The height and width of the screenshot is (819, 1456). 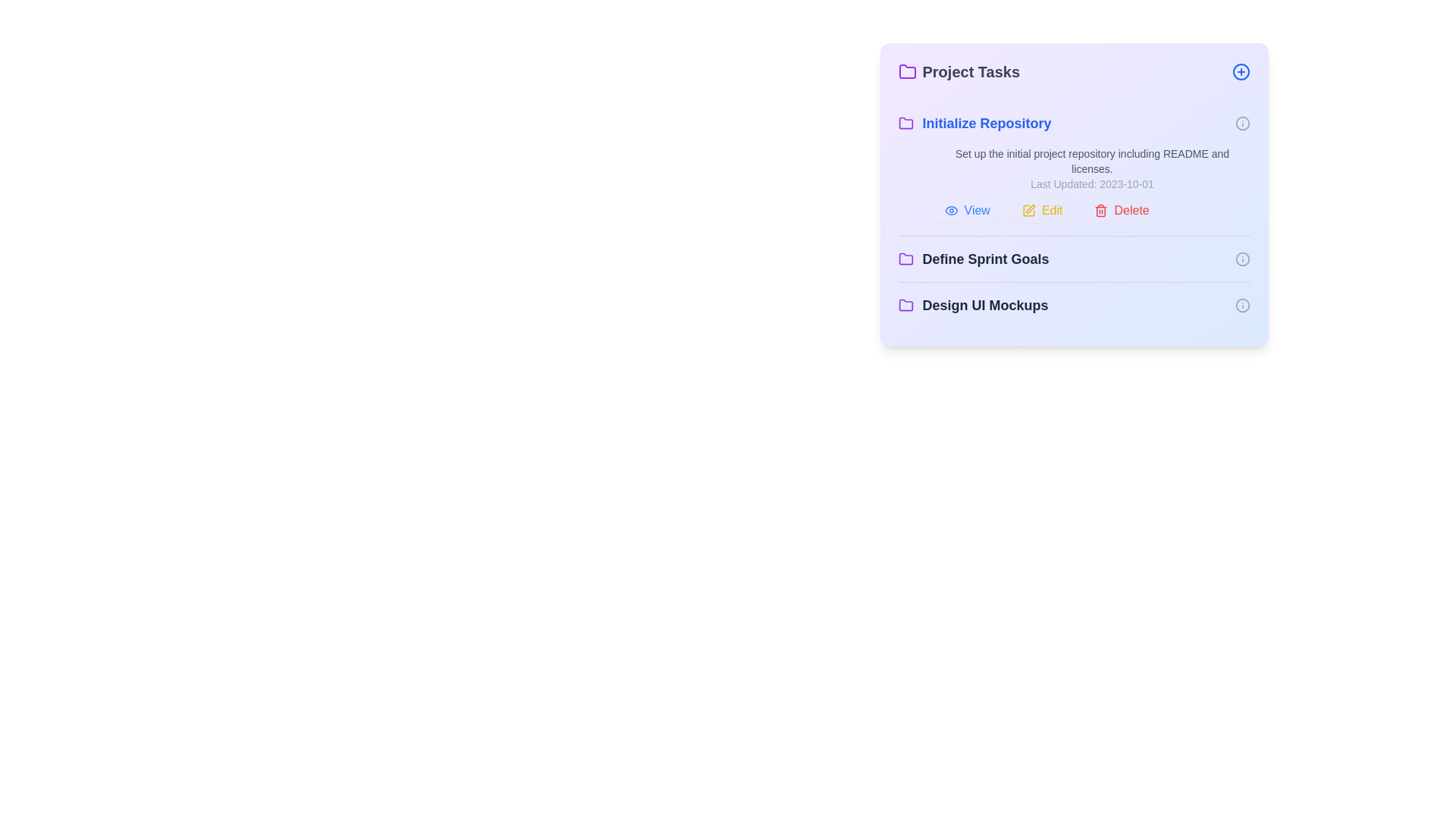 I want to click on the text label that serves as a title for a task in the project management interface, located on the right side of the vertical list, specifically the second item under 'Initialize Repository', so click(x=986, y=259).